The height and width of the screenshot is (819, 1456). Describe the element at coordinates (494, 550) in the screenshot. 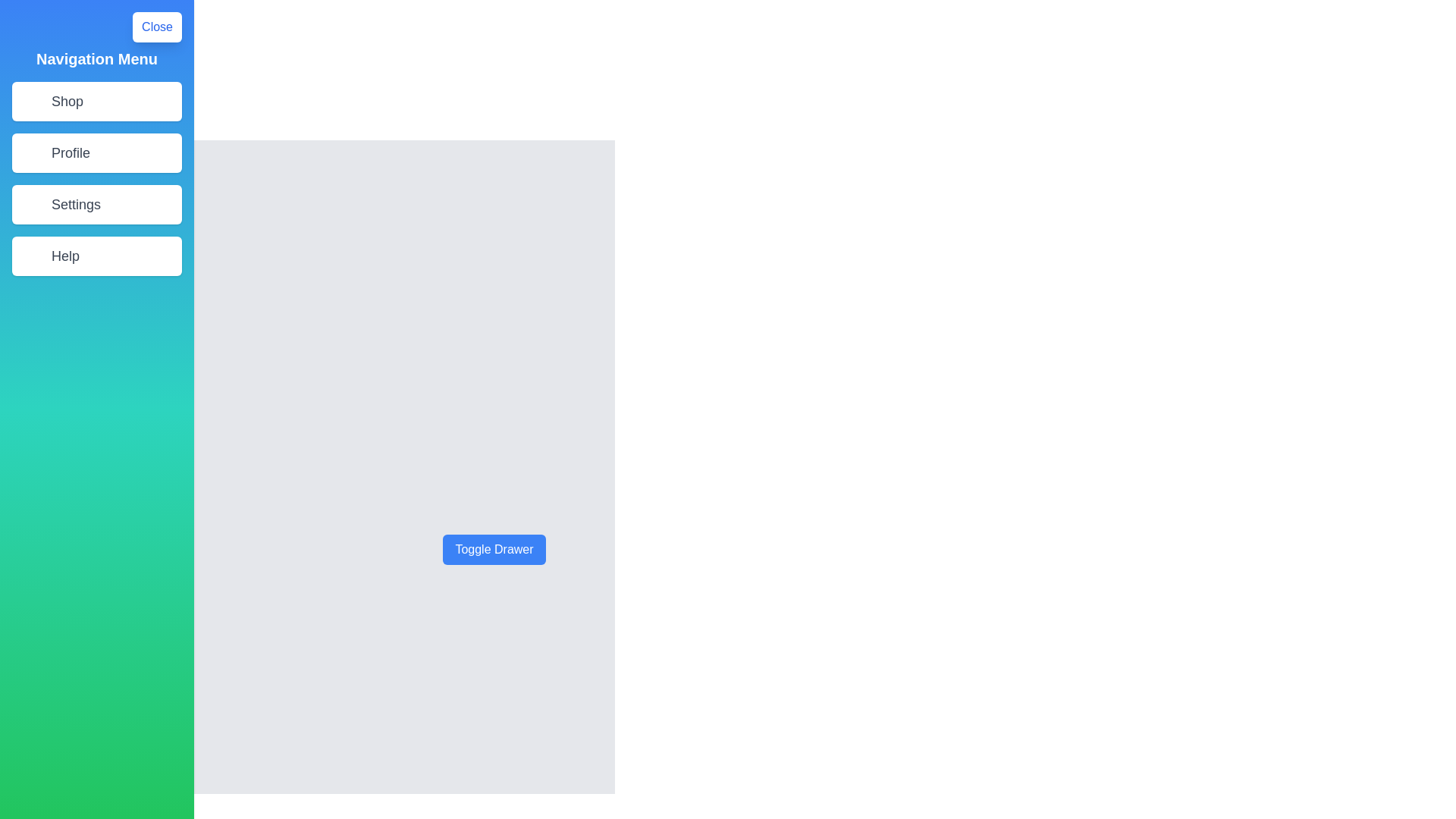

I see `the Toggle Drawer button to toggle the drawer` at that location.